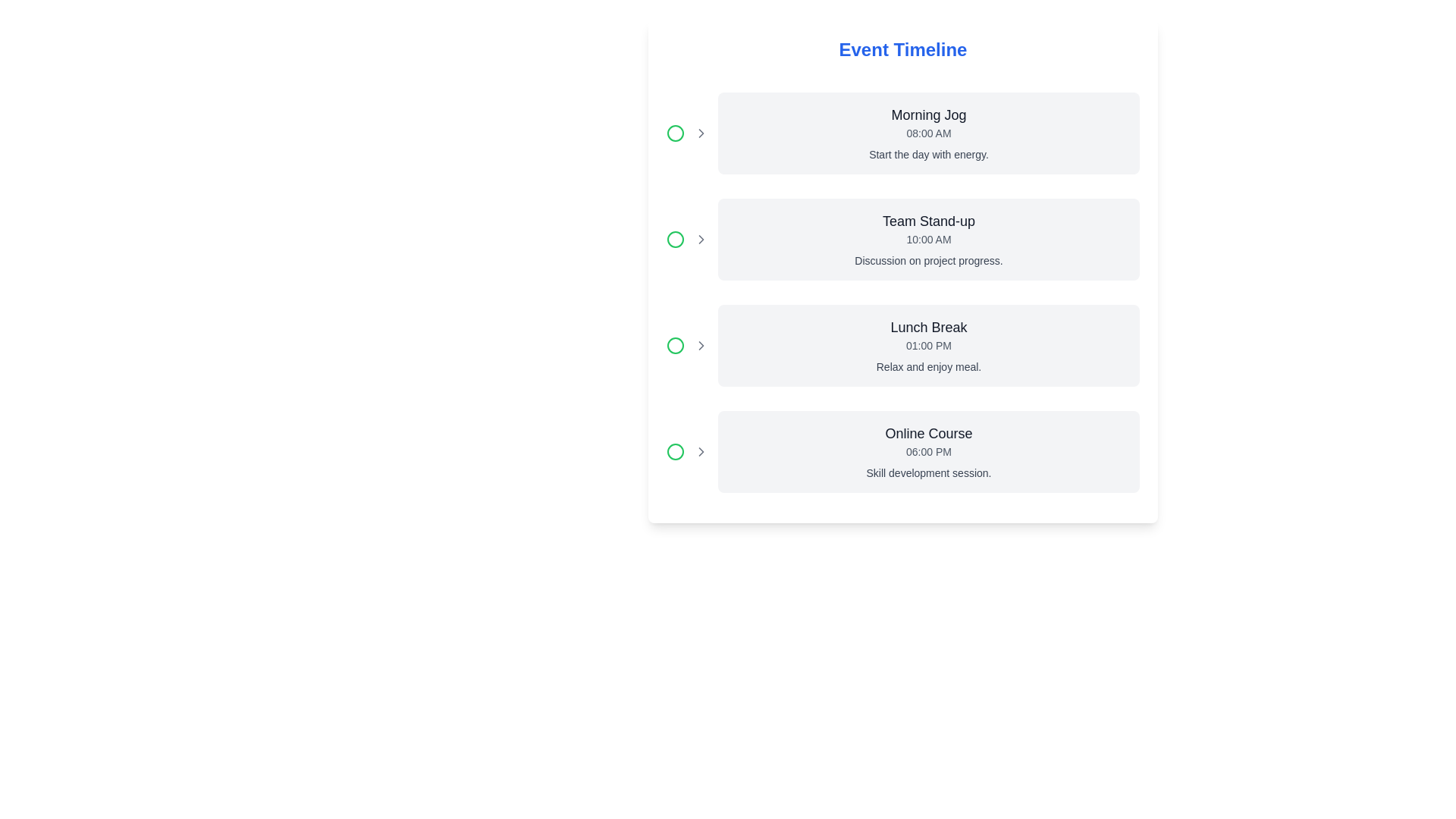 This screenshot has width=1456, height=819. I want to click on the Text Label displaying the time of the 'Lunch Break' event, which is positioned below the title 'Lunch Break' and above the description 'Relax and enjoy meal.', so click(927, 345).